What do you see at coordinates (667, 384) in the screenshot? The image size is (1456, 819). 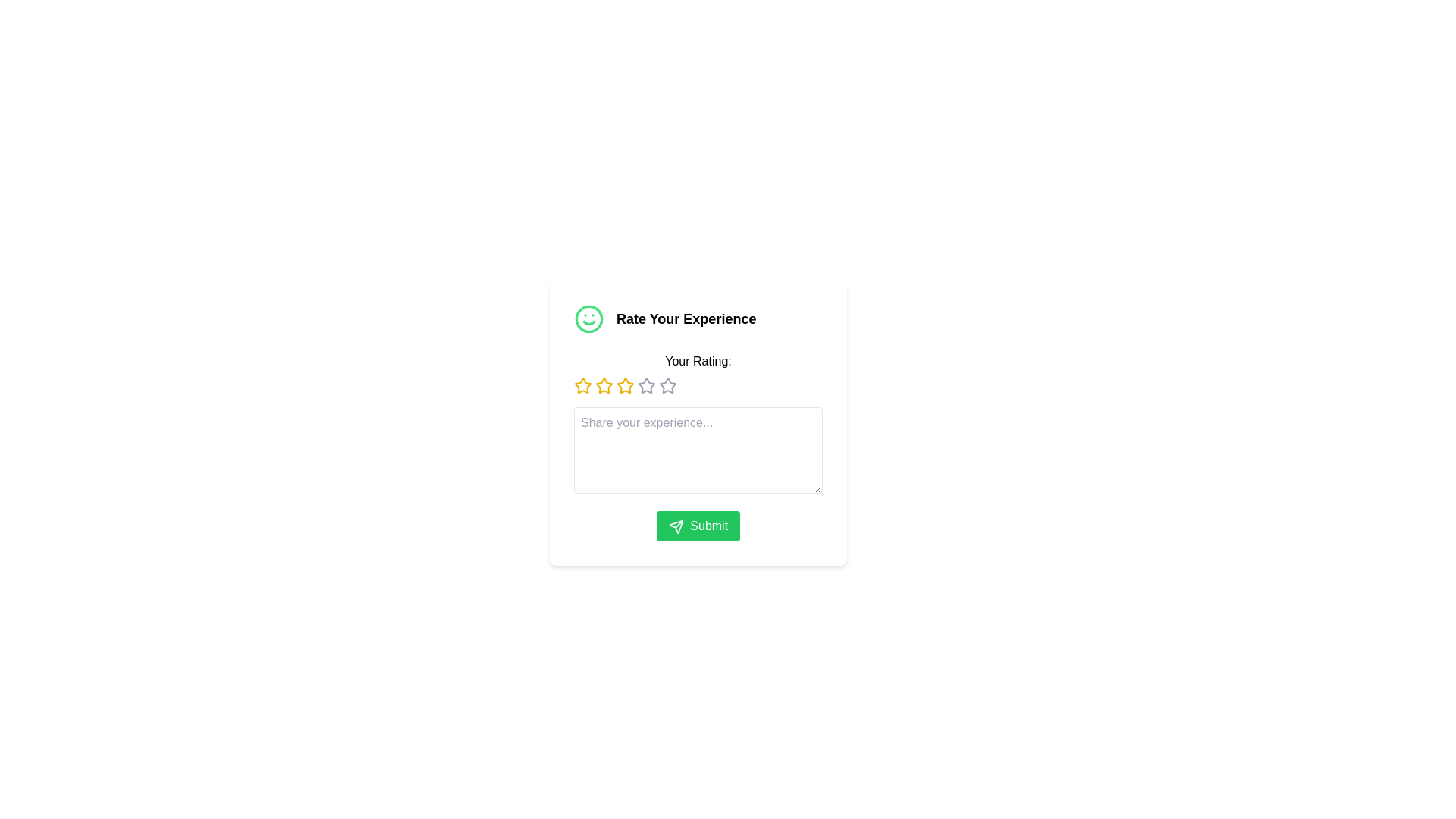 I see `the fourth star icon in the rating bar located under the 'Your Rating:' label` at bounding box center [667, 384].